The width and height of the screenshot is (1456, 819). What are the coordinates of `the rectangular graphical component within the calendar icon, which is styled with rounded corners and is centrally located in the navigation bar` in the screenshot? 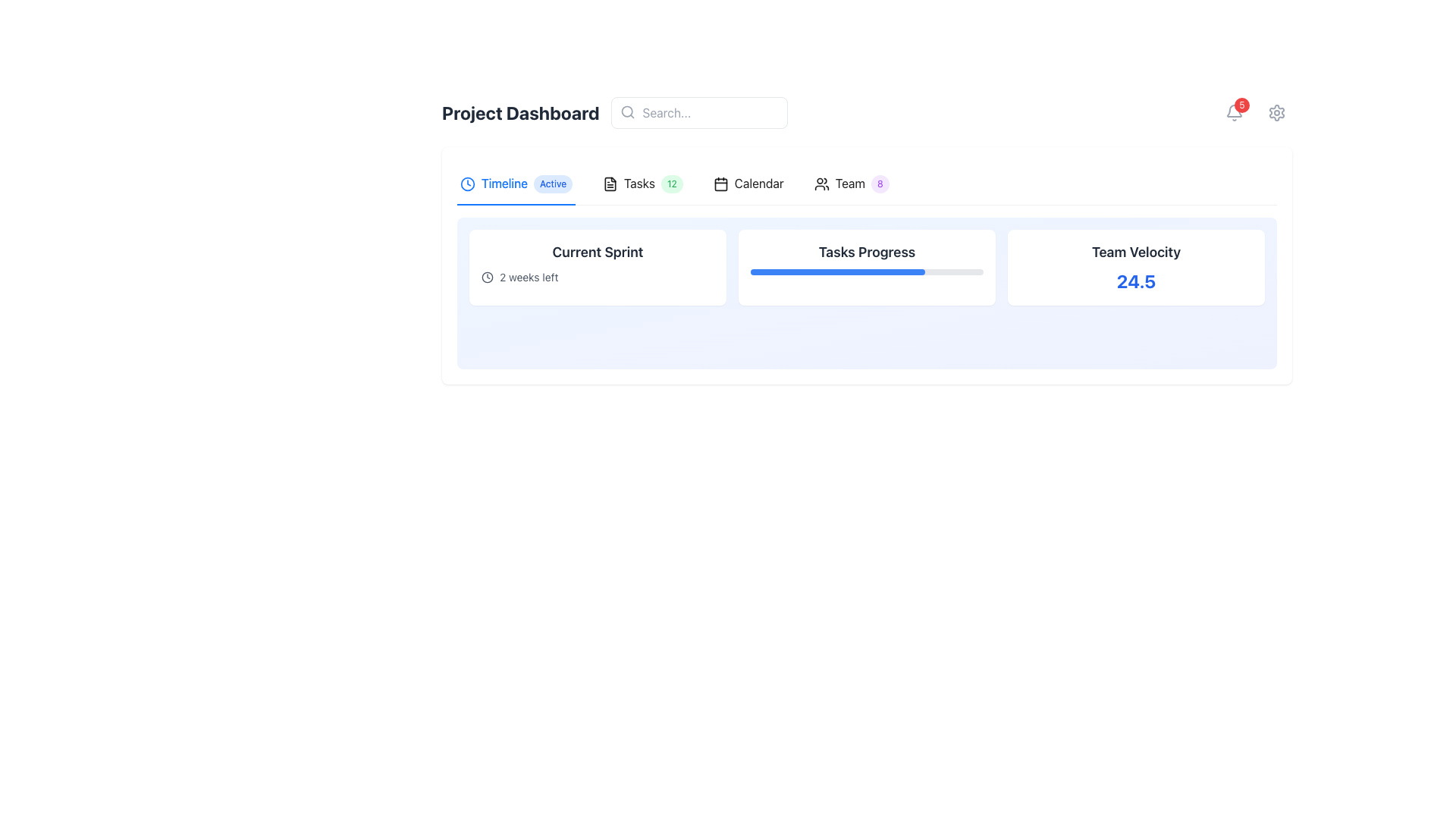 It's located at (720, 184).